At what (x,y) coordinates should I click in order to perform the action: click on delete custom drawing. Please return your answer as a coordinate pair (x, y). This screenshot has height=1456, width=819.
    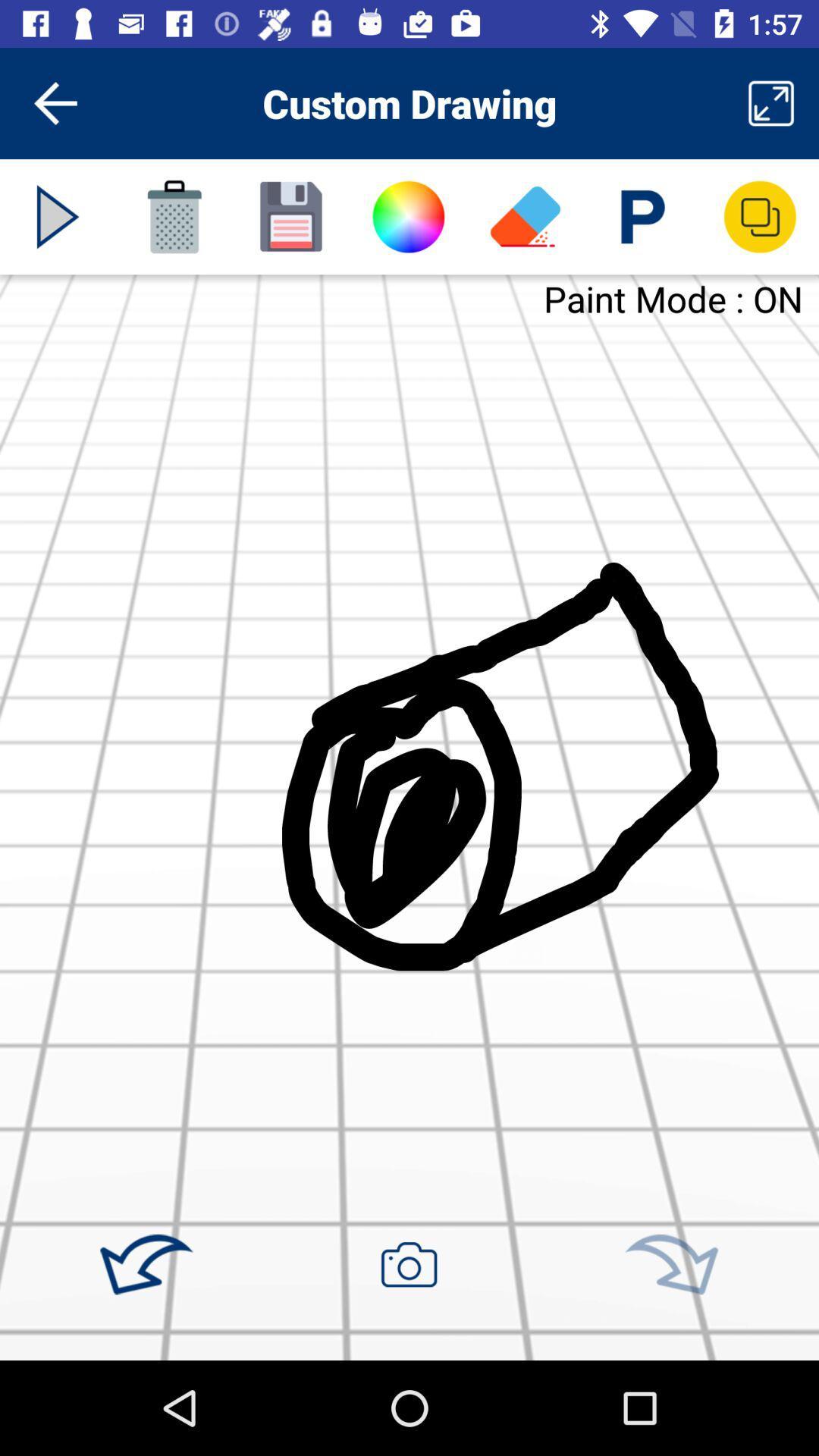
    Looking at the image, I should click on (174, 216).